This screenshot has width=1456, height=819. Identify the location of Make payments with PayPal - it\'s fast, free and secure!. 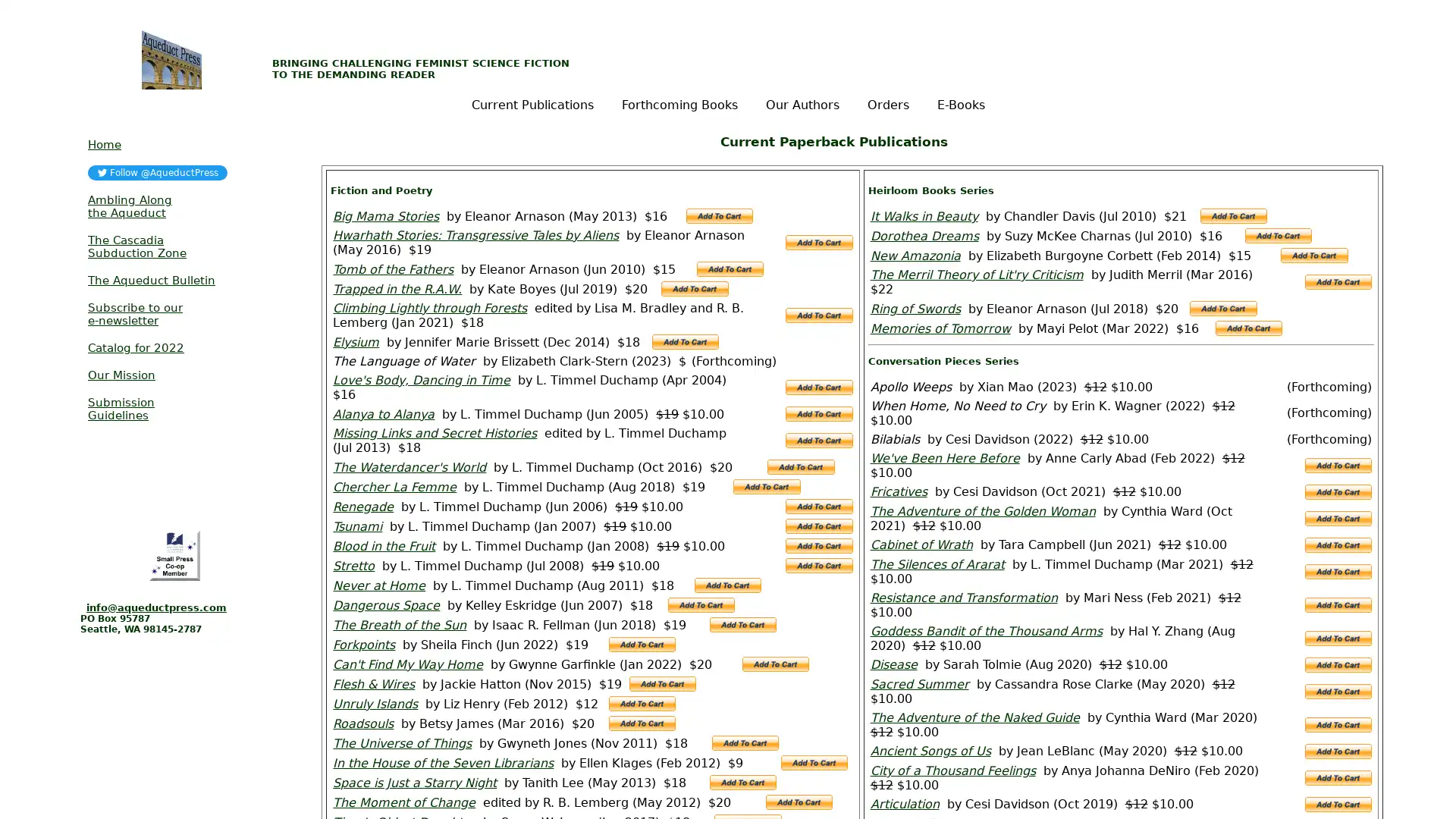
(728, 584).